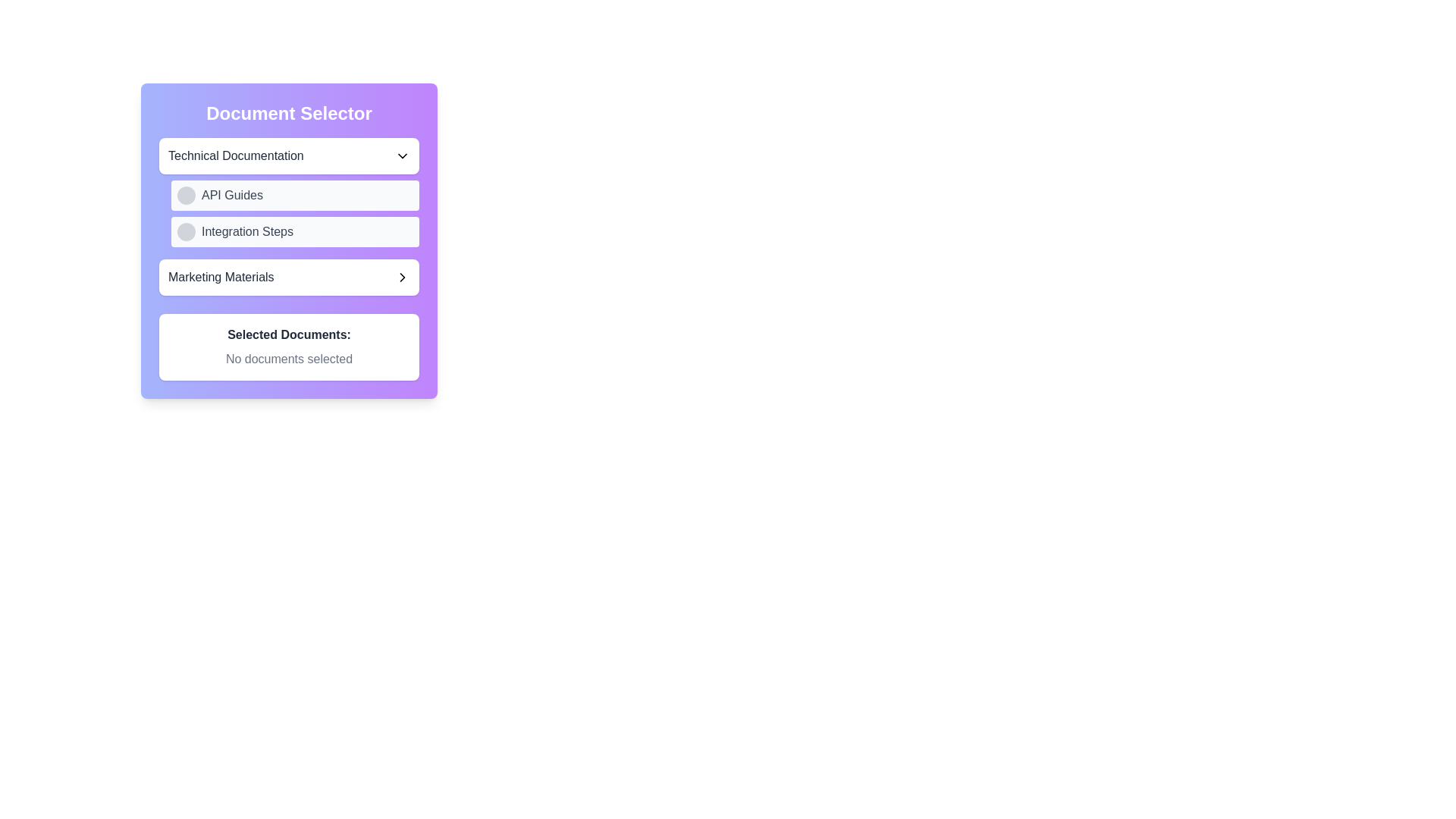 Image resolution: width=1456 pixels, height=819 pixels. What do you see at coordinates (289, 359) in the screenshot?
I see `the informational text label indicating that no documents have been selected, which is positioned below the 'Selected Documents:' header` at bounding box center [289, 359].